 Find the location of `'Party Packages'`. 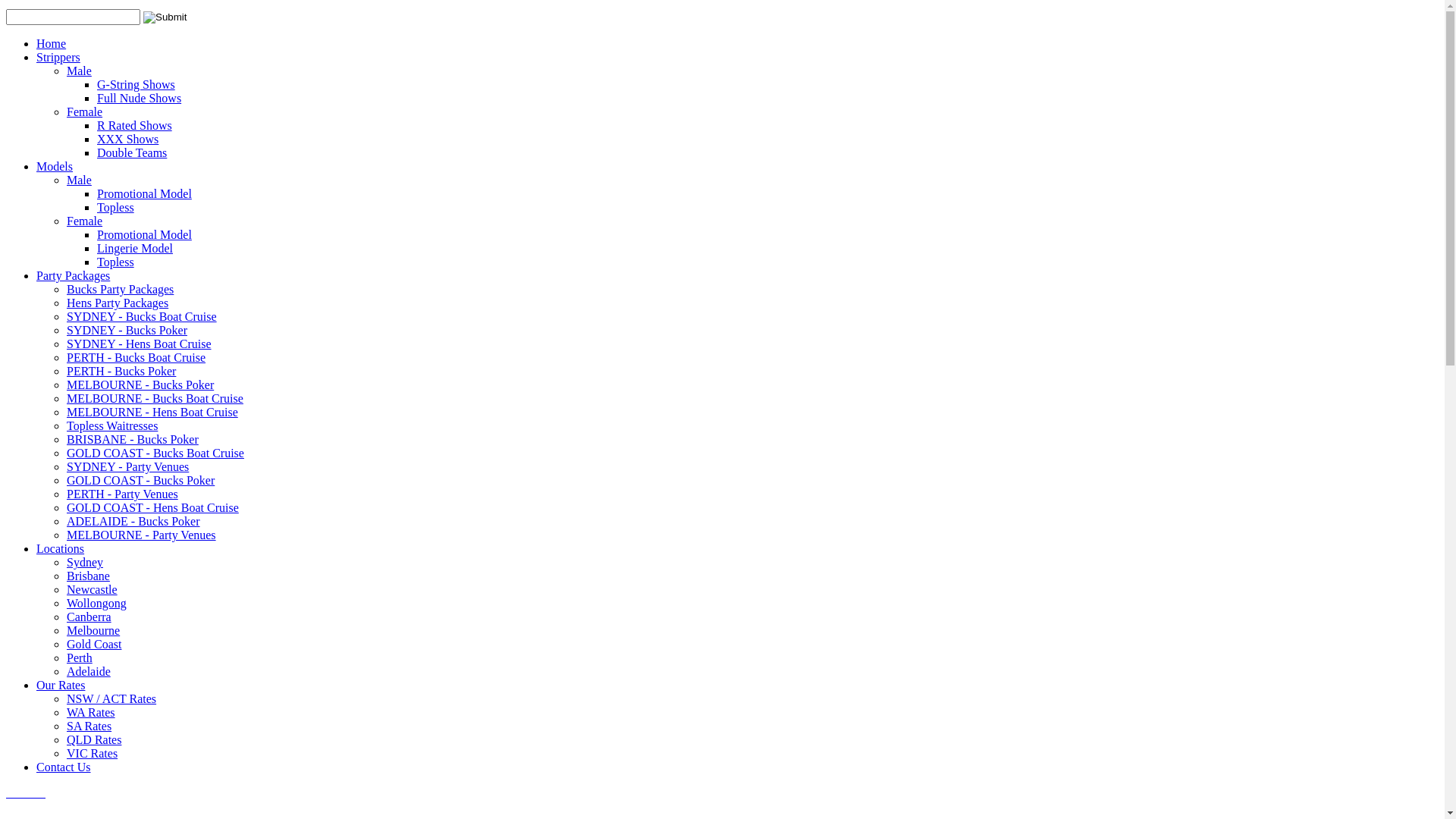

'Party Packages' is located at coordinates (36, 275).